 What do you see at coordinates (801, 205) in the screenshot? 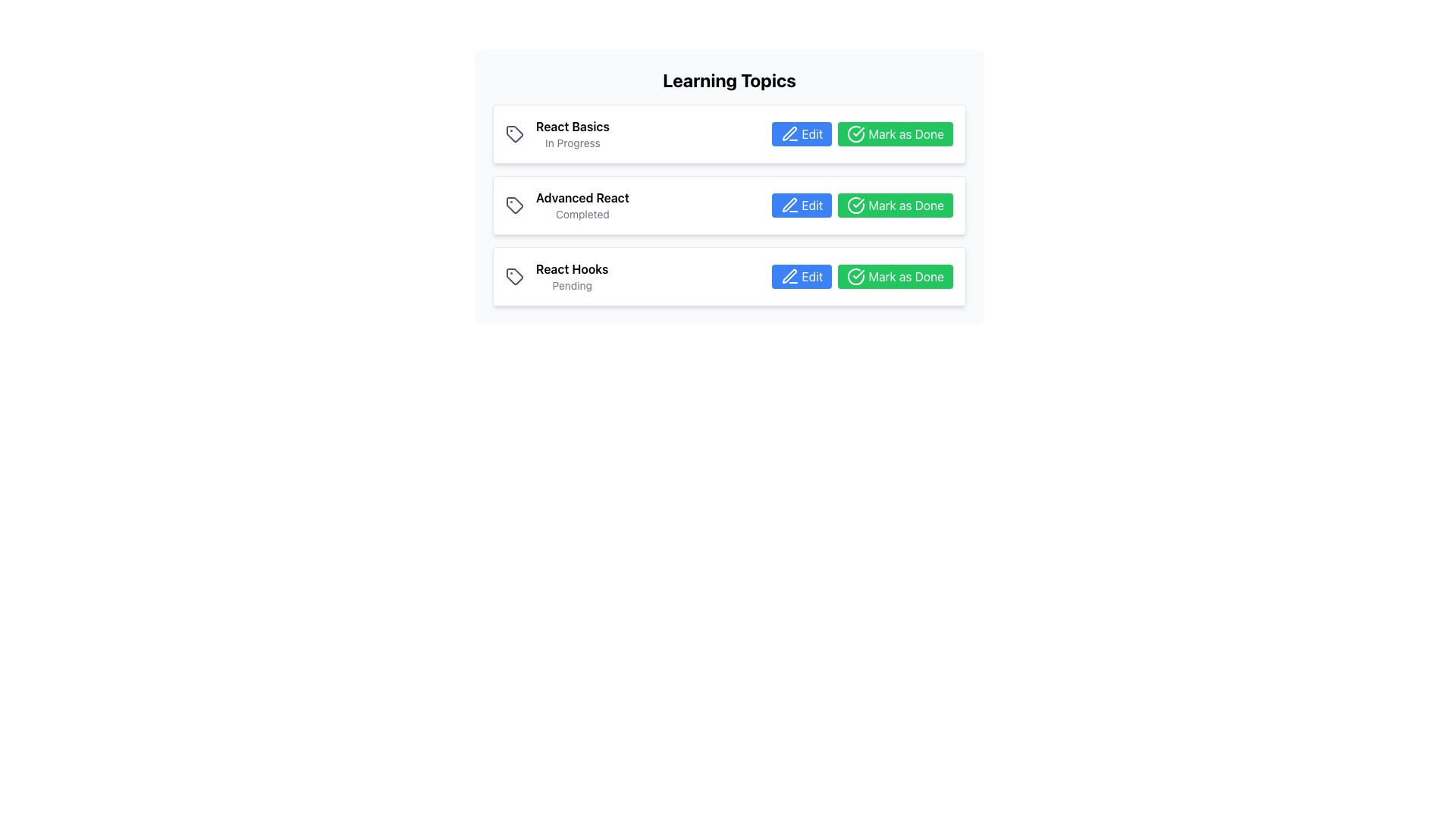
I see `the 'Edit' button with a blue background and white text` at bounding box center [801, 205].